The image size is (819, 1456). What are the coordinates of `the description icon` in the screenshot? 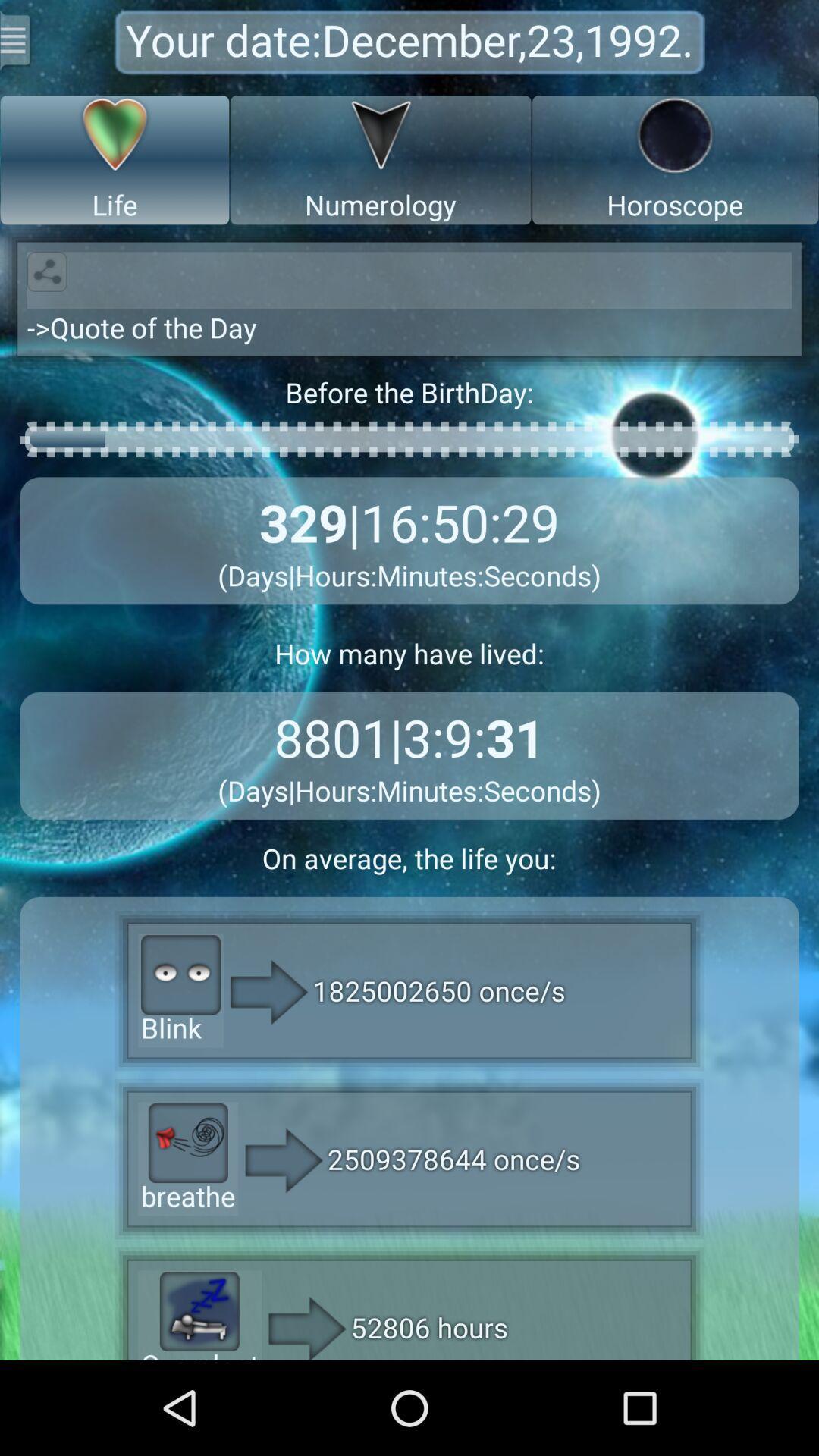 It's located at (17, 42).